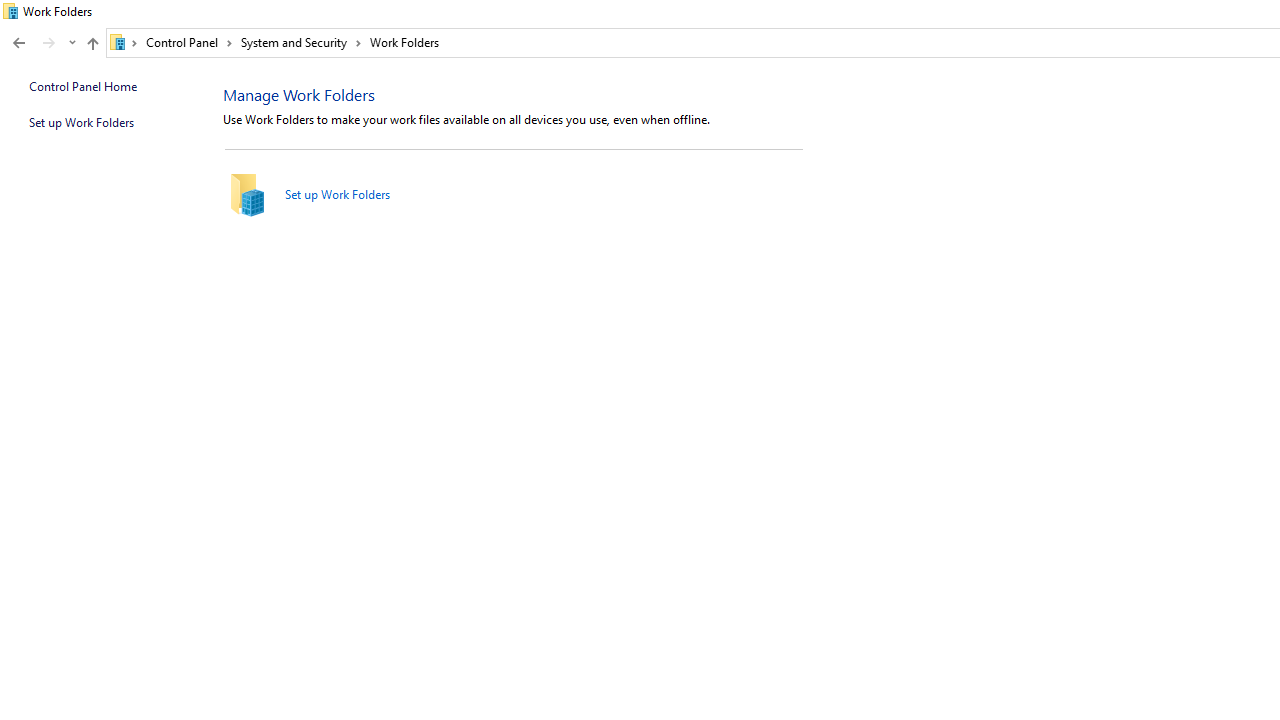 The image size is (1280, 720). What do you see at coordinates (300, 42) in the screenshot?
I see `'System and Security'` at bounding box center [300, 42].